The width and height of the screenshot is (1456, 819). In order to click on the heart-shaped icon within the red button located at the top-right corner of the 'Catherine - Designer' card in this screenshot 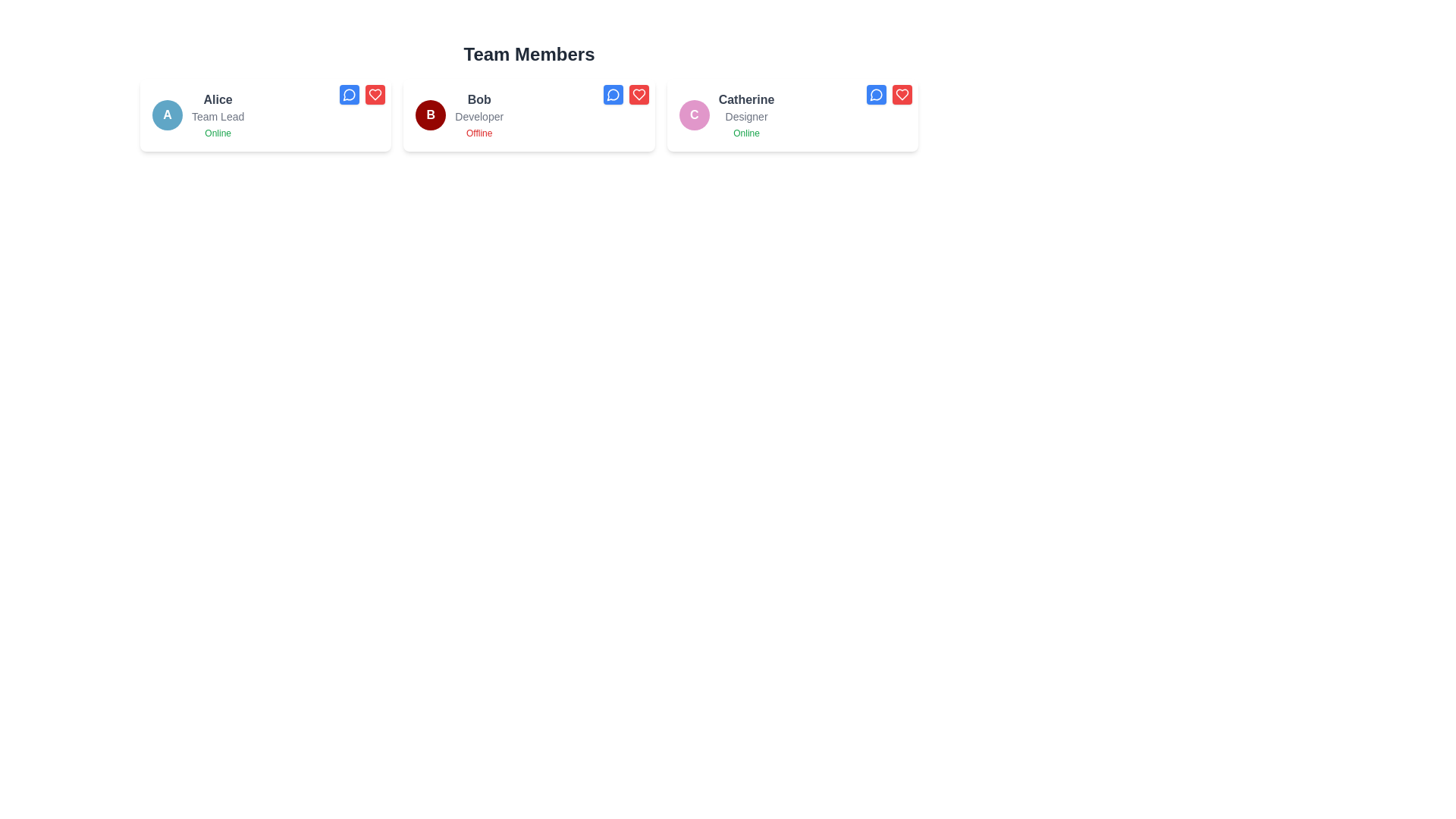, I will do `click(902, 94)`.